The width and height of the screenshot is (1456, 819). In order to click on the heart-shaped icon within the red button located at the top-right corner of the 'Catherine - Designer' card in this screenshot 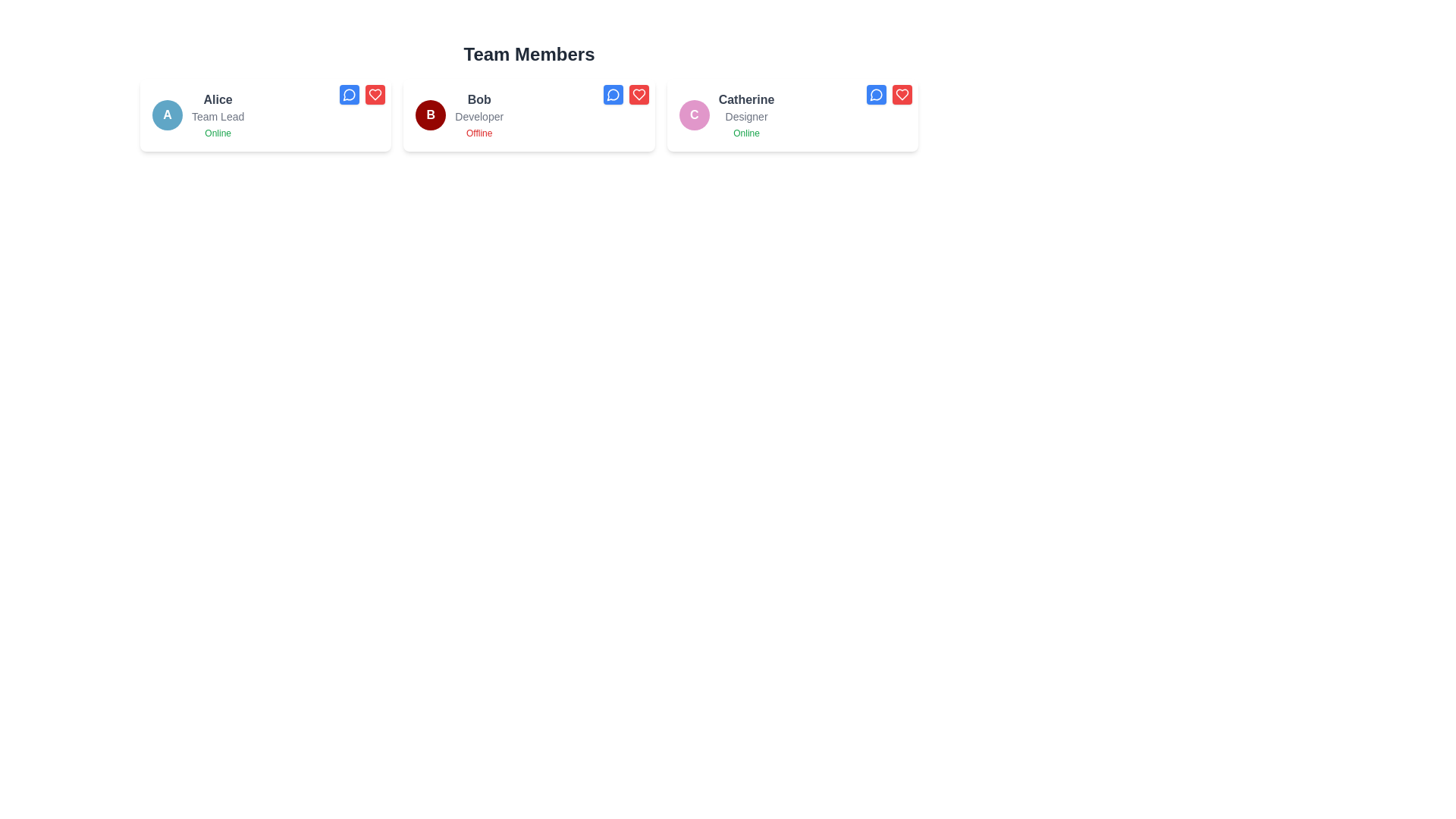, I will do `click(902, 94)`.